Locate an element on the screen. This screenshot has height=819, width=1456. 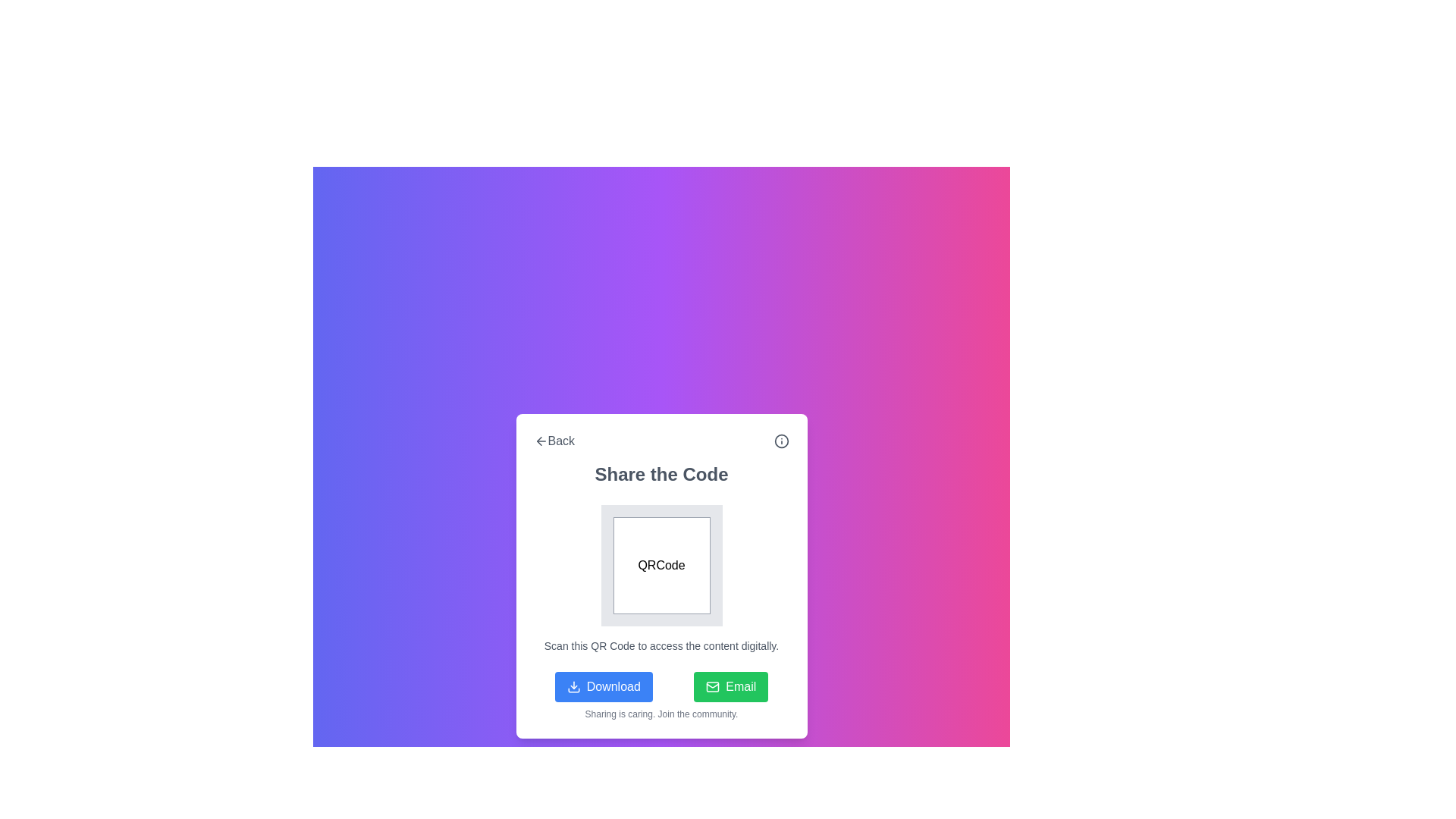
the static text label displaying 'Sharing is caring. Join the community.' located at the bottom of a rectangular card component, below the 'Download' and 'Email' buttons is located at coordinates (661, 714).